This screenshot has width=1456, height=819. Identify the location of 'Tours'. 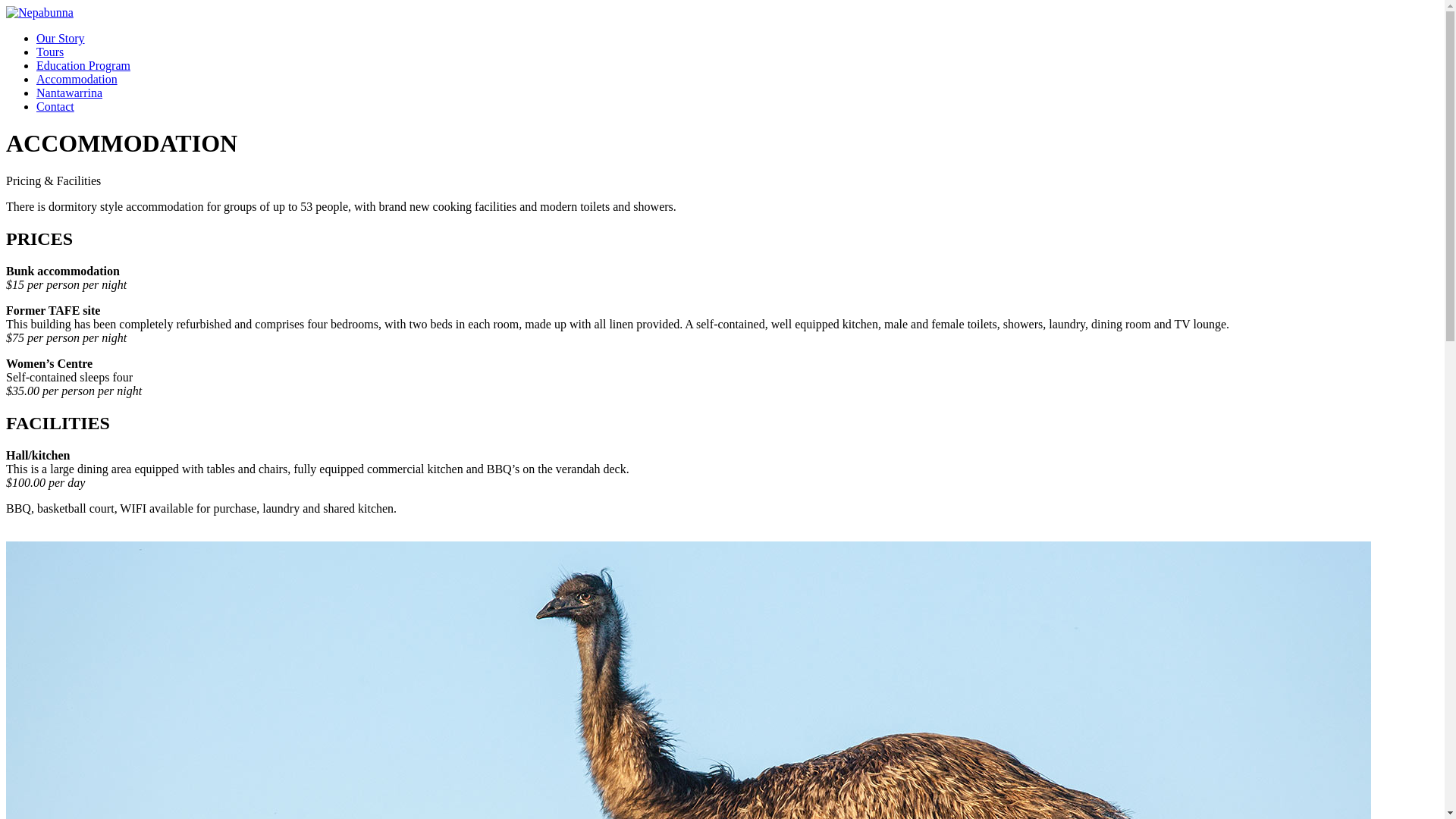
(50, 51).